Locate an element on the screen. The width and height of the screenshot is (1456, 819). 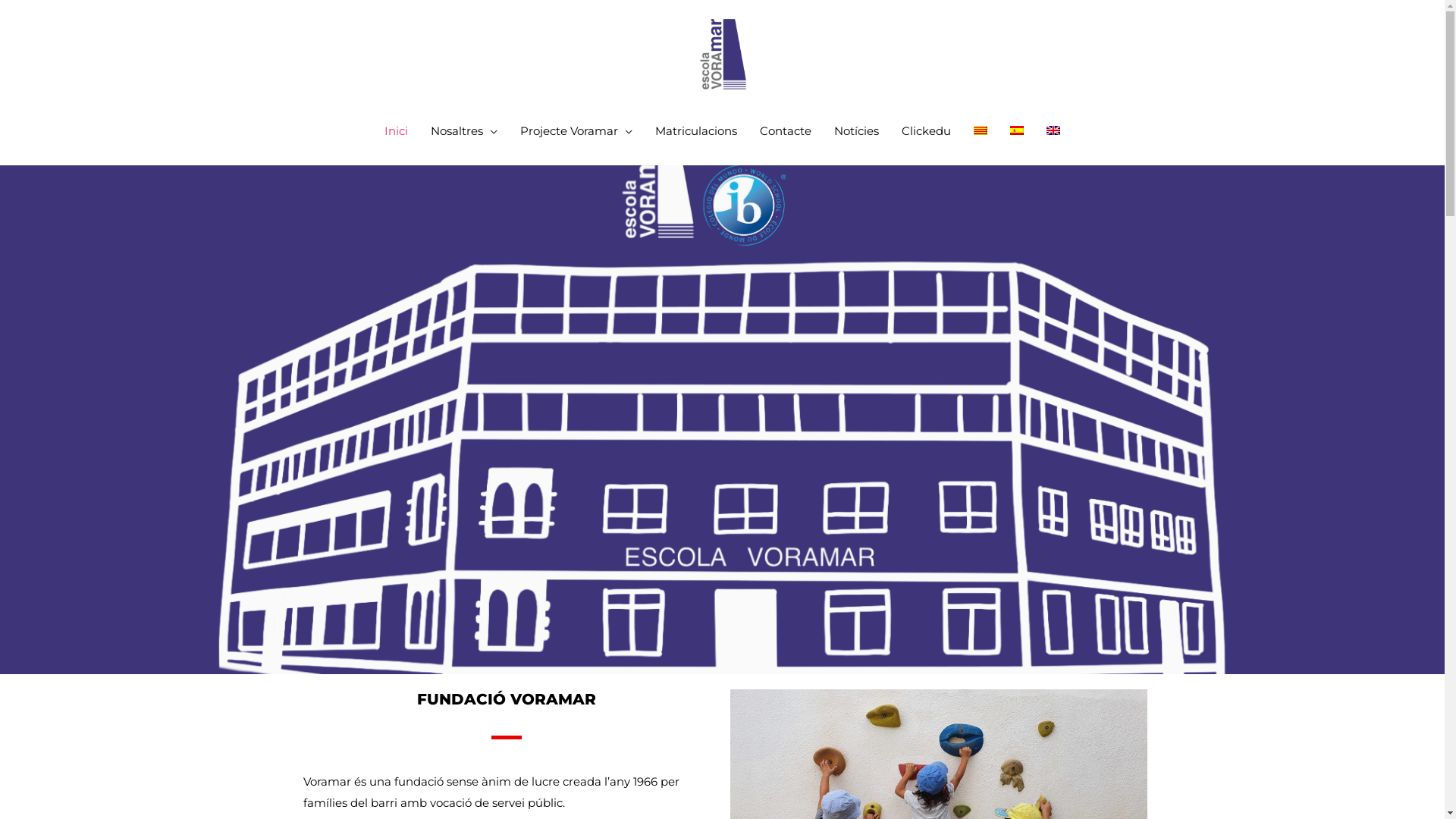
'Projecte Voramar' is located at coordinates (575, 130).